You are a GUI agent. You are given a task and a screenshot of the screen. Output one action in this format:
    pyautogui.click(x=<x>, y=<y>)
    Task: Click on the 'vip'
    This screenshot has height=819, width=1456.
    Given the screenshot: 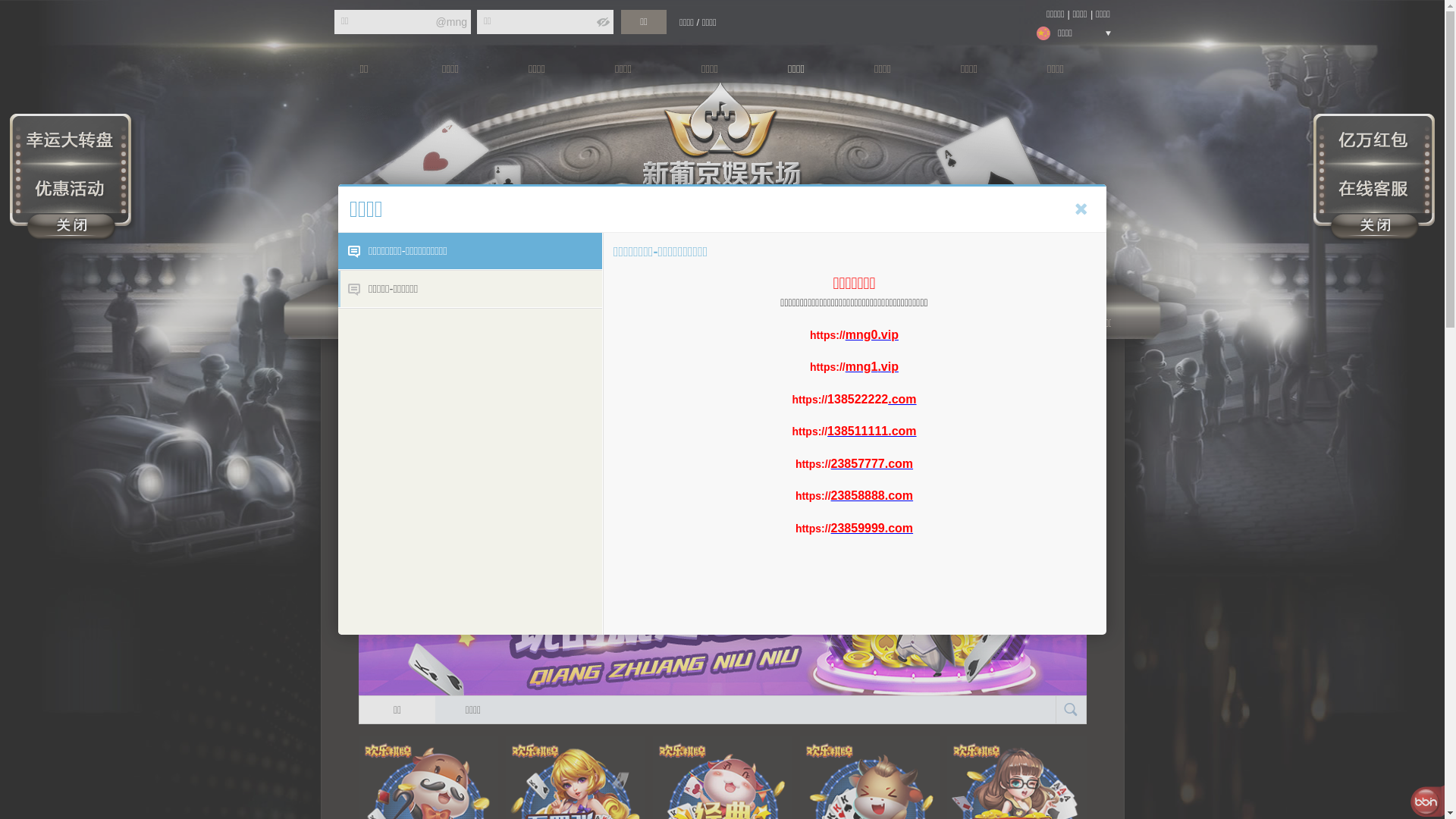 What is the action you would take?
    pyautogui.click(x=890, y=366)
    